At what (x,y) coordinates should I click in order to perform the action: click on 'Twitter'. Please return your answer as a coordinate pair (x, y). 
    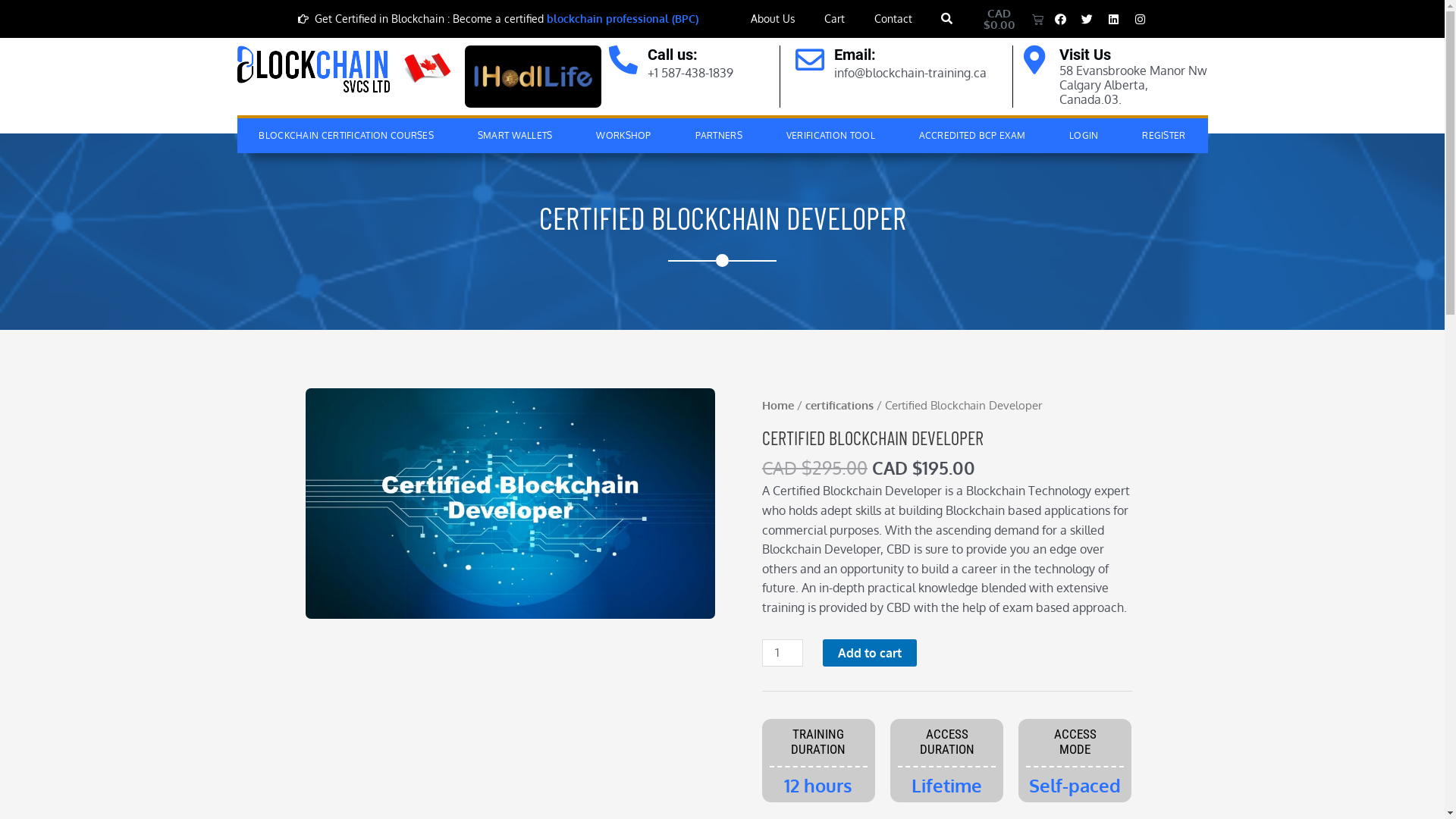
    Looking at the image, I should click on (1087, 18).